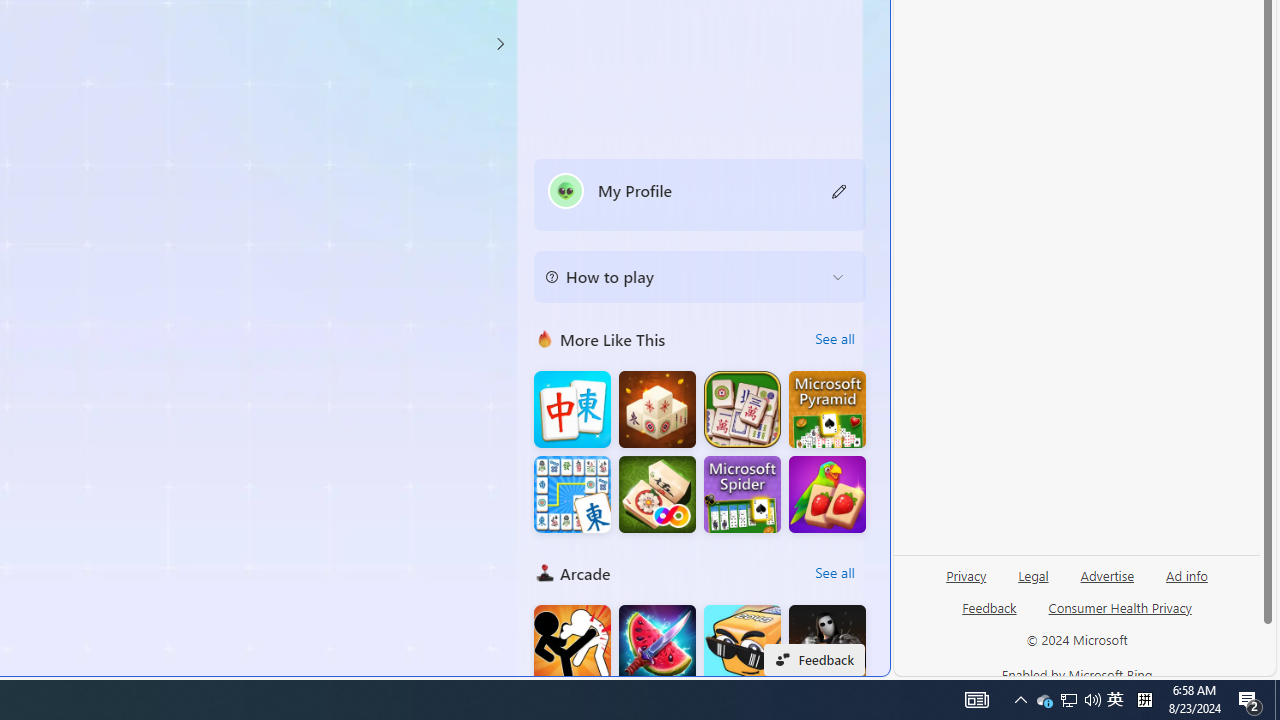 The width and height of the screenshot is (1280, 720). What do you see at coordinates (827, 643) in the screenshot?
I see `'Hunter Hitman'` at bounding box center [827, 643].